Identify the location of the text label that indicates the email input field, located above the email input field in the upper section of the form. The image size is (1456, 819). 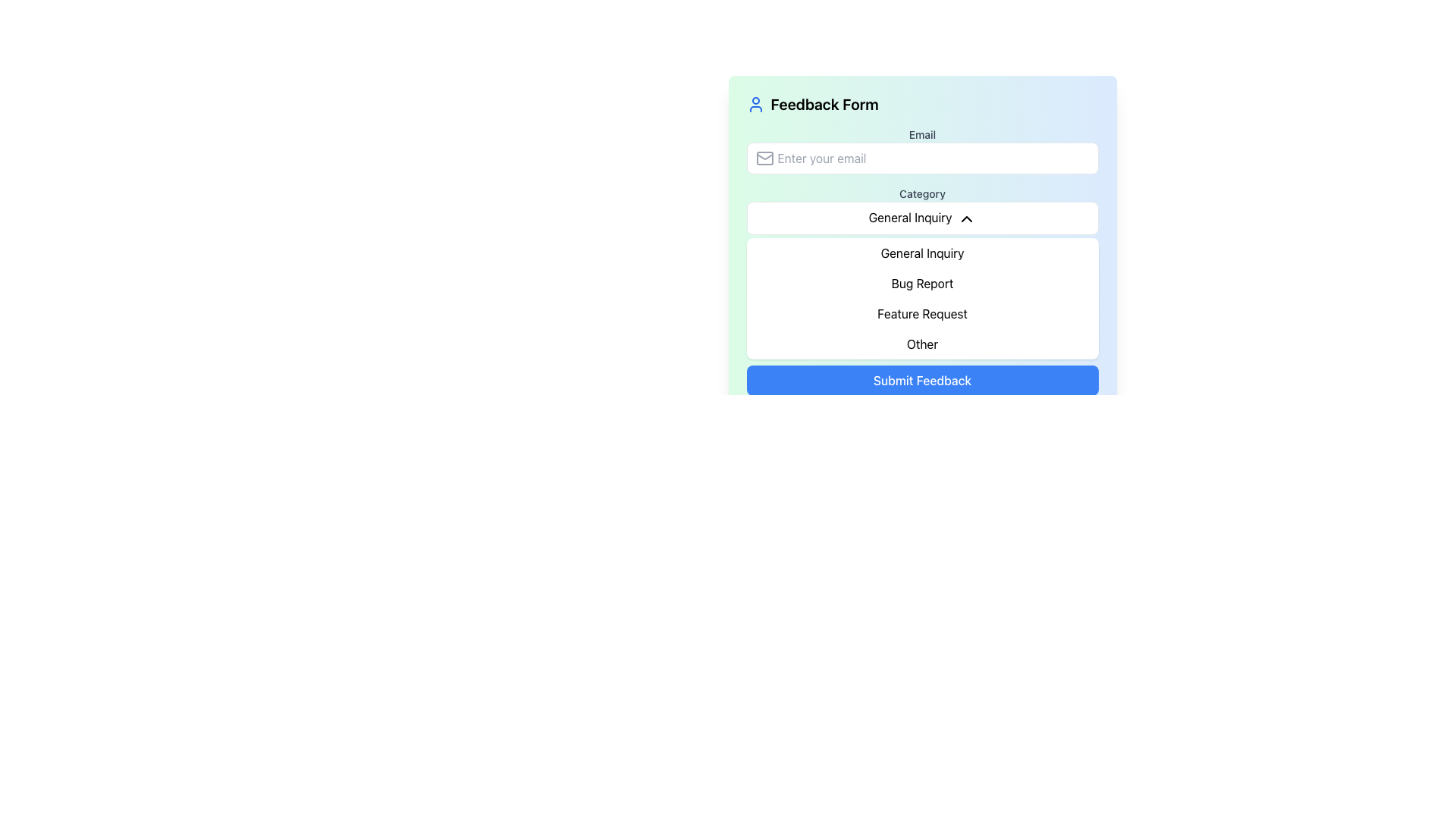
(921, 133).